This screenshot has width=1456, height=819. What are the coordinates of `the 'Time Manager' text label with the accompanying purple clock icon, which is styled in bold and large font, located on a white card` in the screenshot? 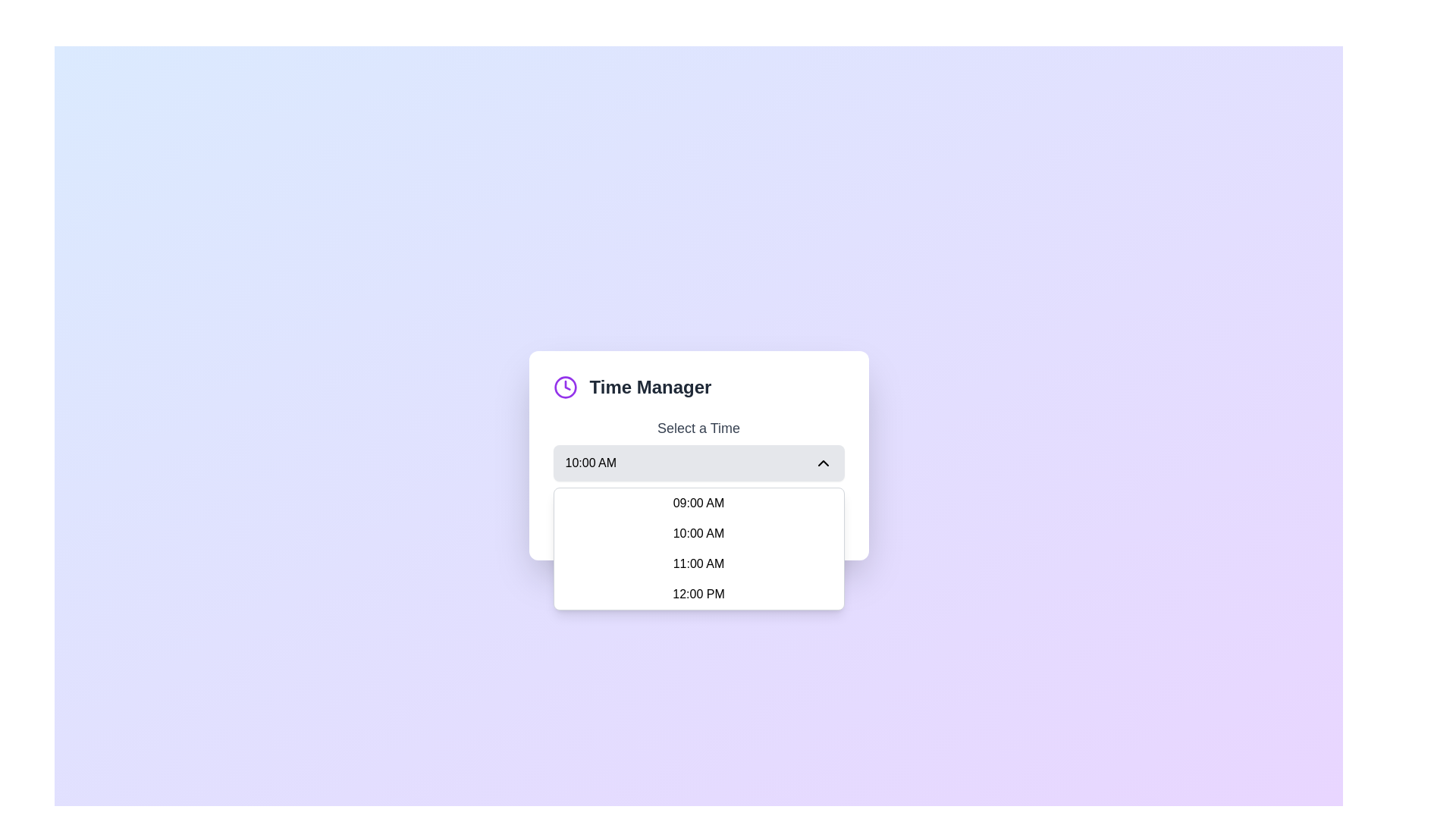 It's located at (698, 386).